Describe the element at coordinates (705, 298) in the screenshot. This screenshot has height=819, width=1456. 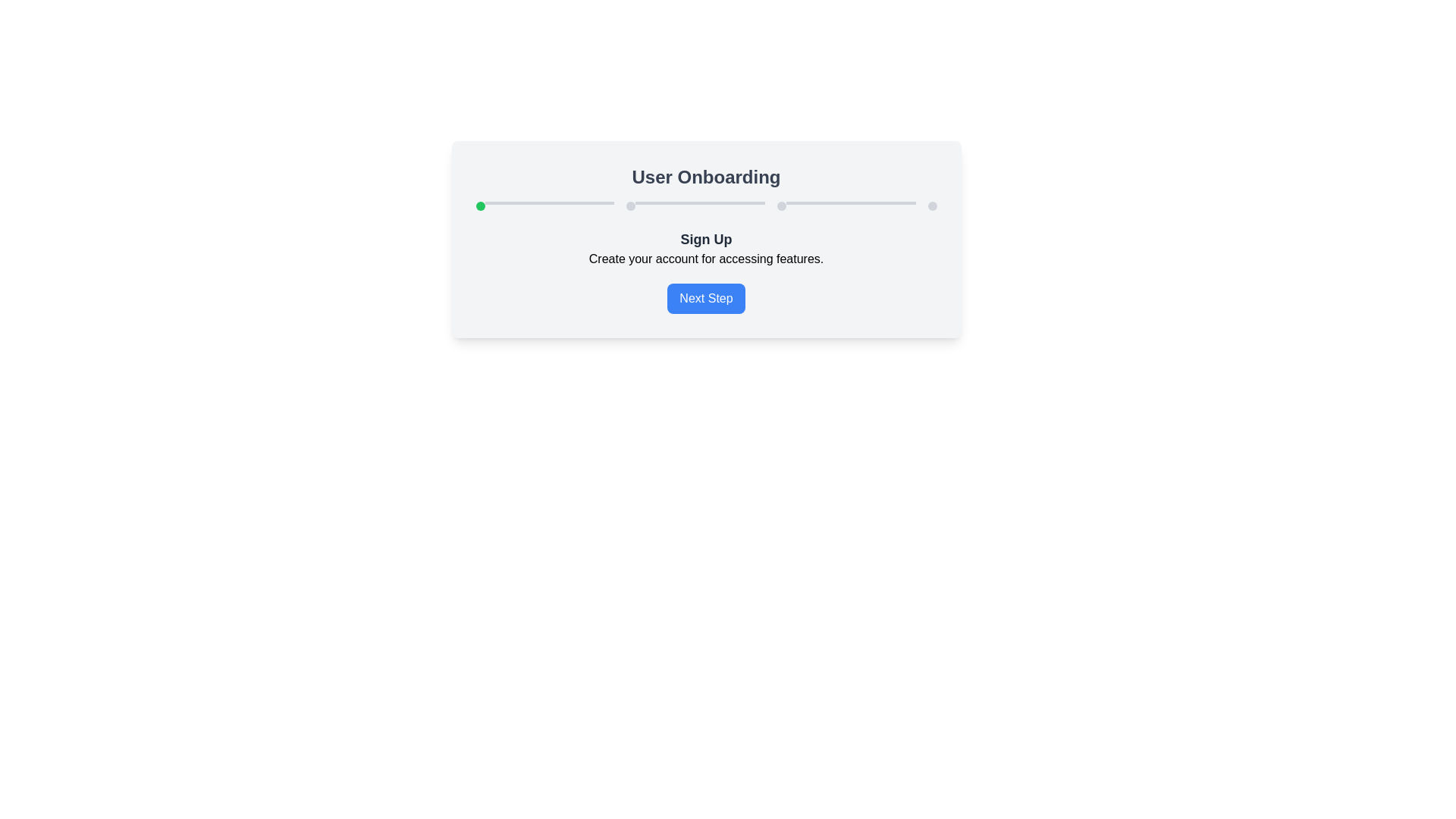
I see `the 'Next Step' button located at the bottom-center of its section, below the 'Sign Up Create your account for accessing features.' text to proceed to the next step` at that location.